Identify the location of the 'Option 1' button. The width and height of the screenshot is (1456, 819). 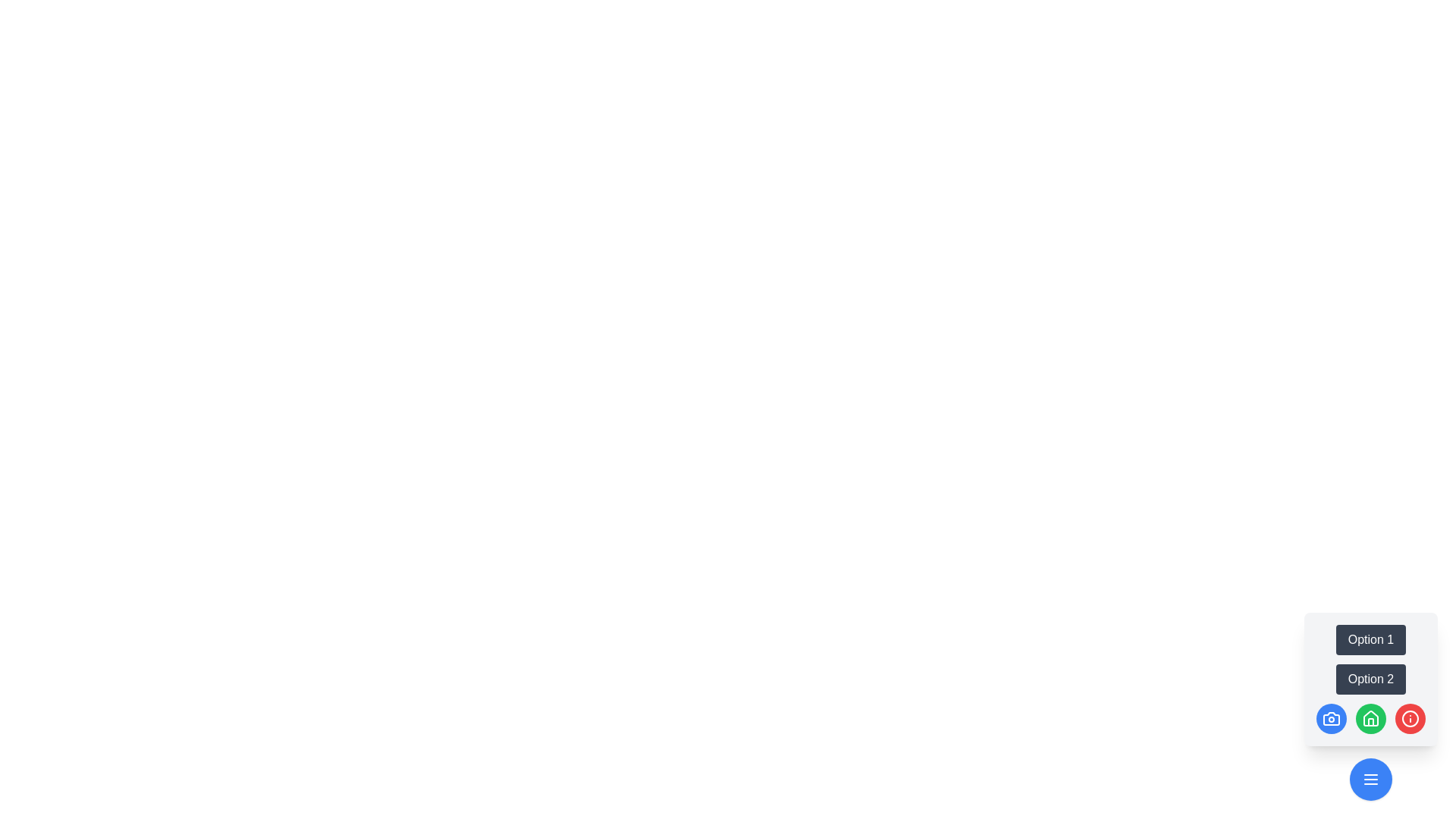
(1371, 640).